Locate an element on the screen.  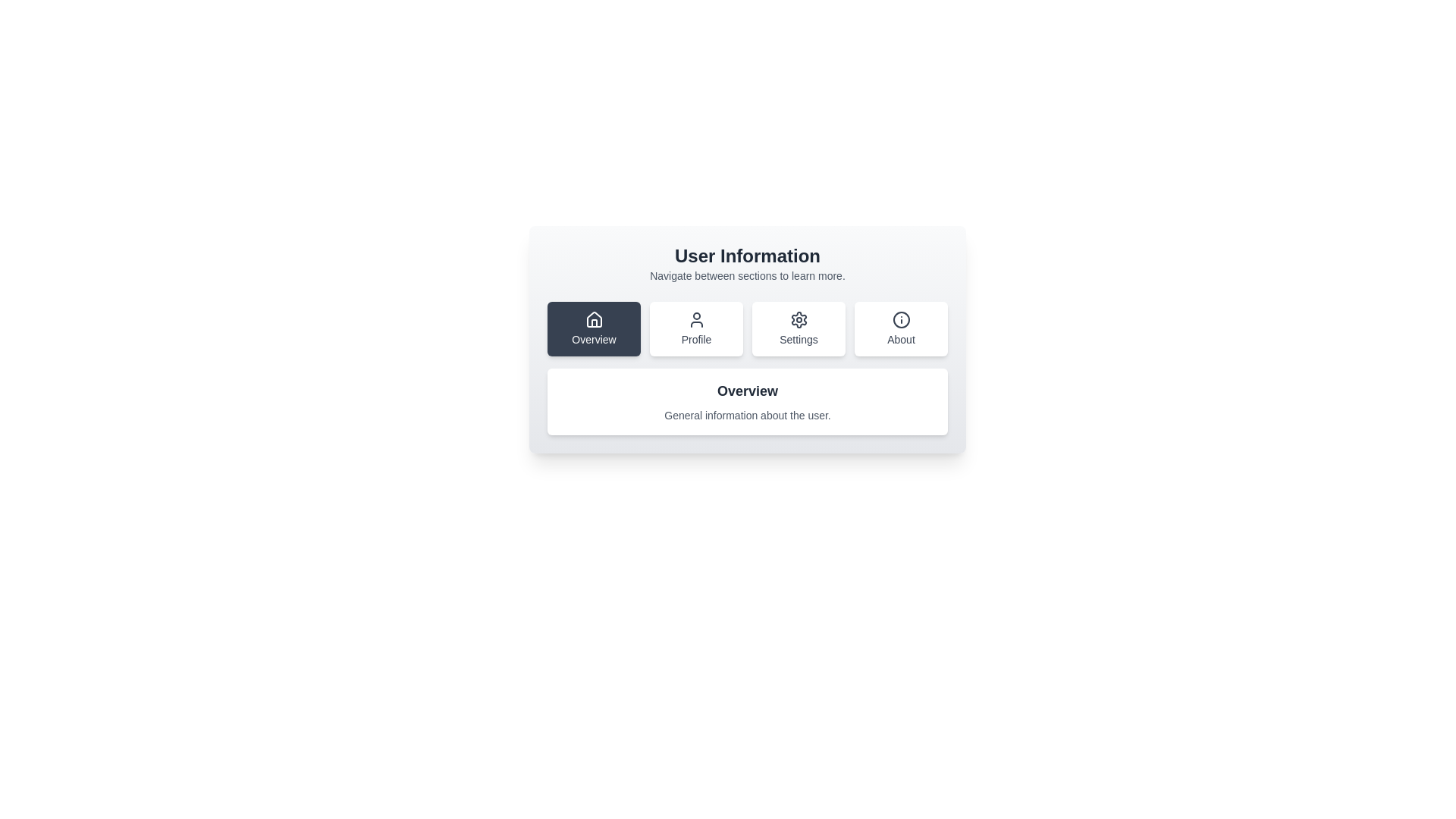
the circular icon component within the 'About' button in the User Information panel's navigation bar is located at coordinates (901, 318).